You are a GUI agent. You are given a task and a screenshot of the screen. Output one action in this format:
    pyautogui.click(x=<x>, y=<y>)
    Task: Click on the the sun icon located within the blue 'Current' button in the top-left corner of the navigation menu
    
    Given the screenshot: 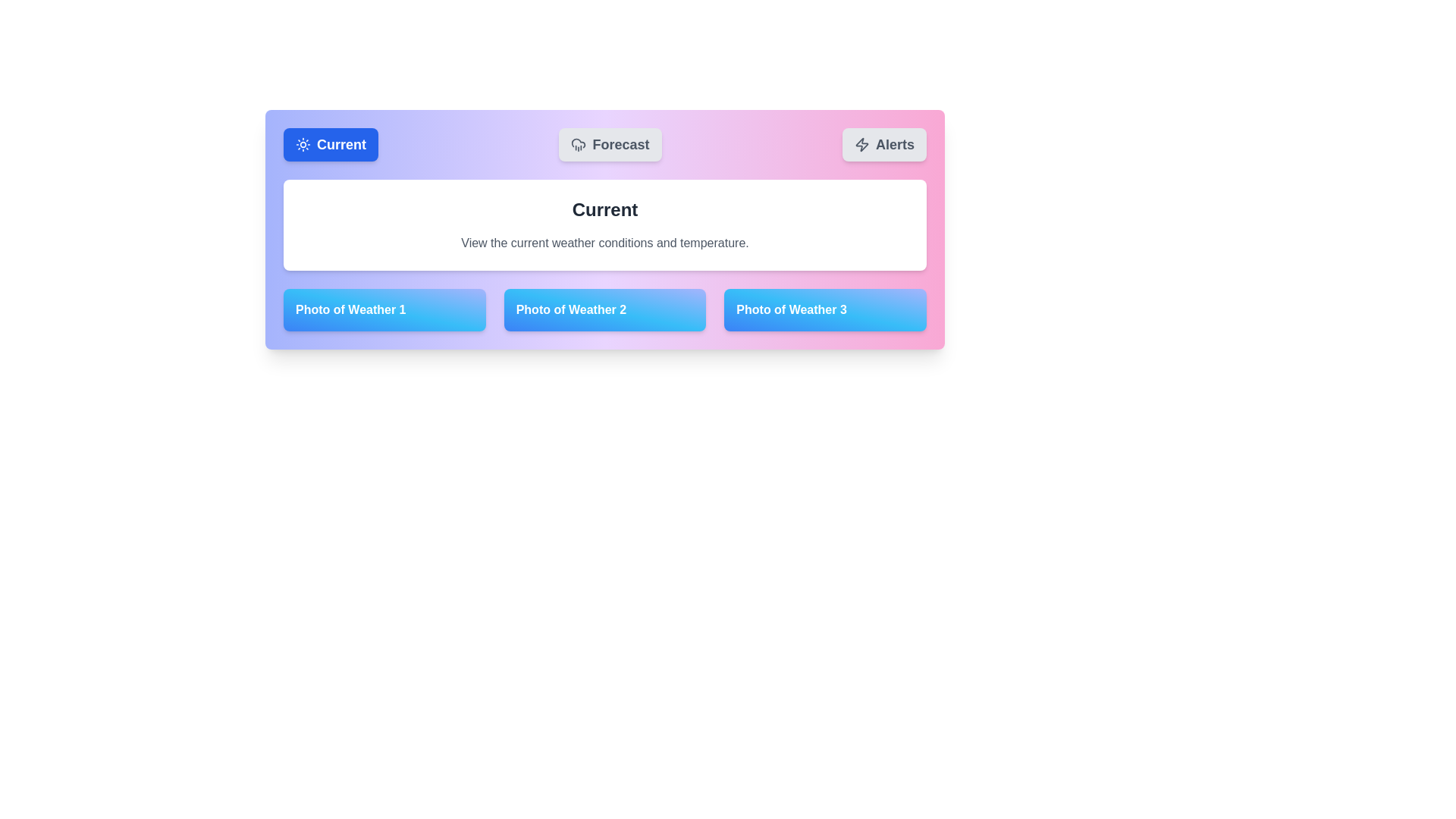 What is the action you would take?
    pyautogui.click(x=303, y=145)
    